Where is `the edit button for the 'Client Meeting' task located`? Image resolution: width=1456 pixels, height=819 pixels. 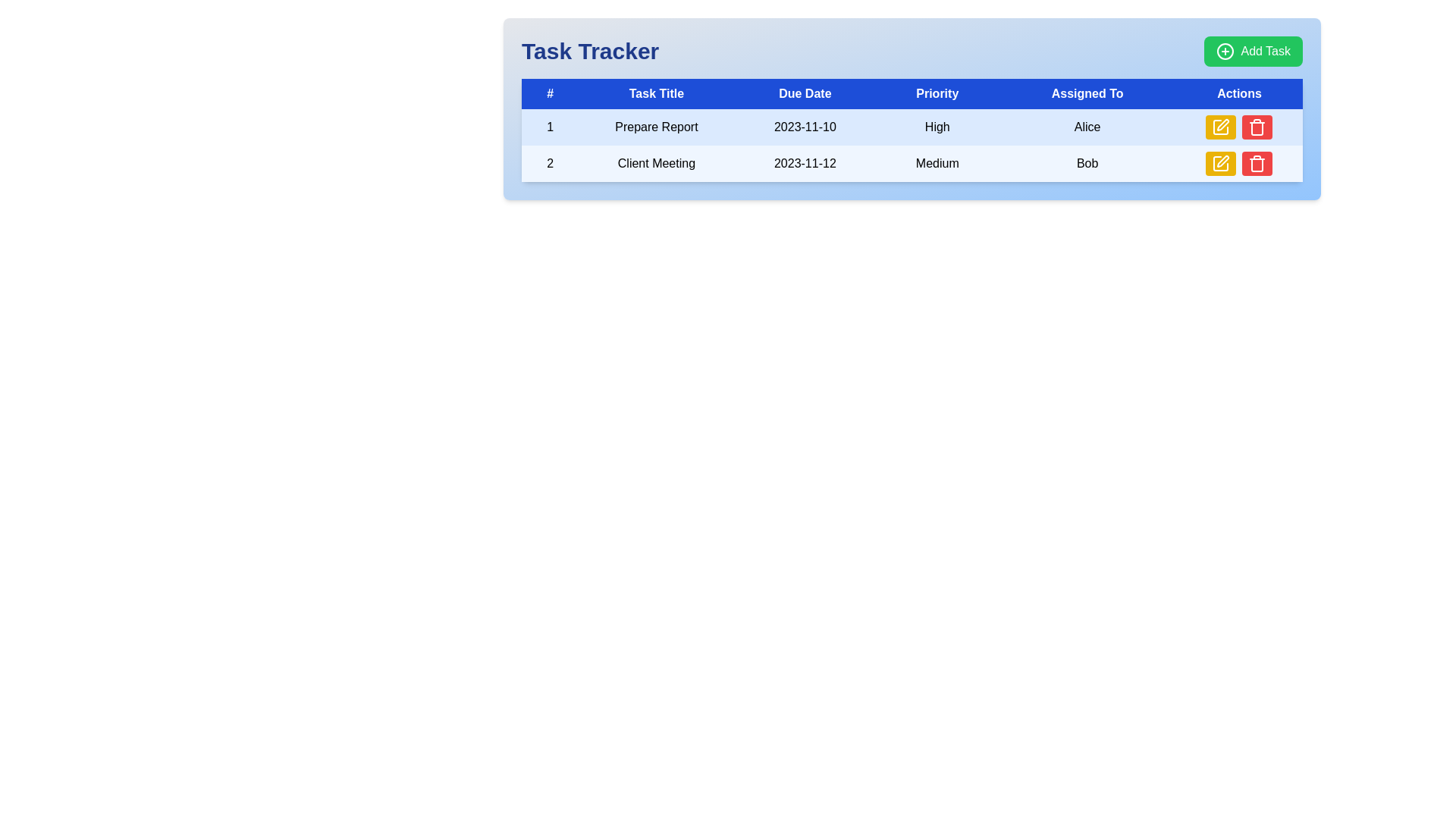
the edit button for the 'Client Meeting' task located is located at coordinates (1223, 161).